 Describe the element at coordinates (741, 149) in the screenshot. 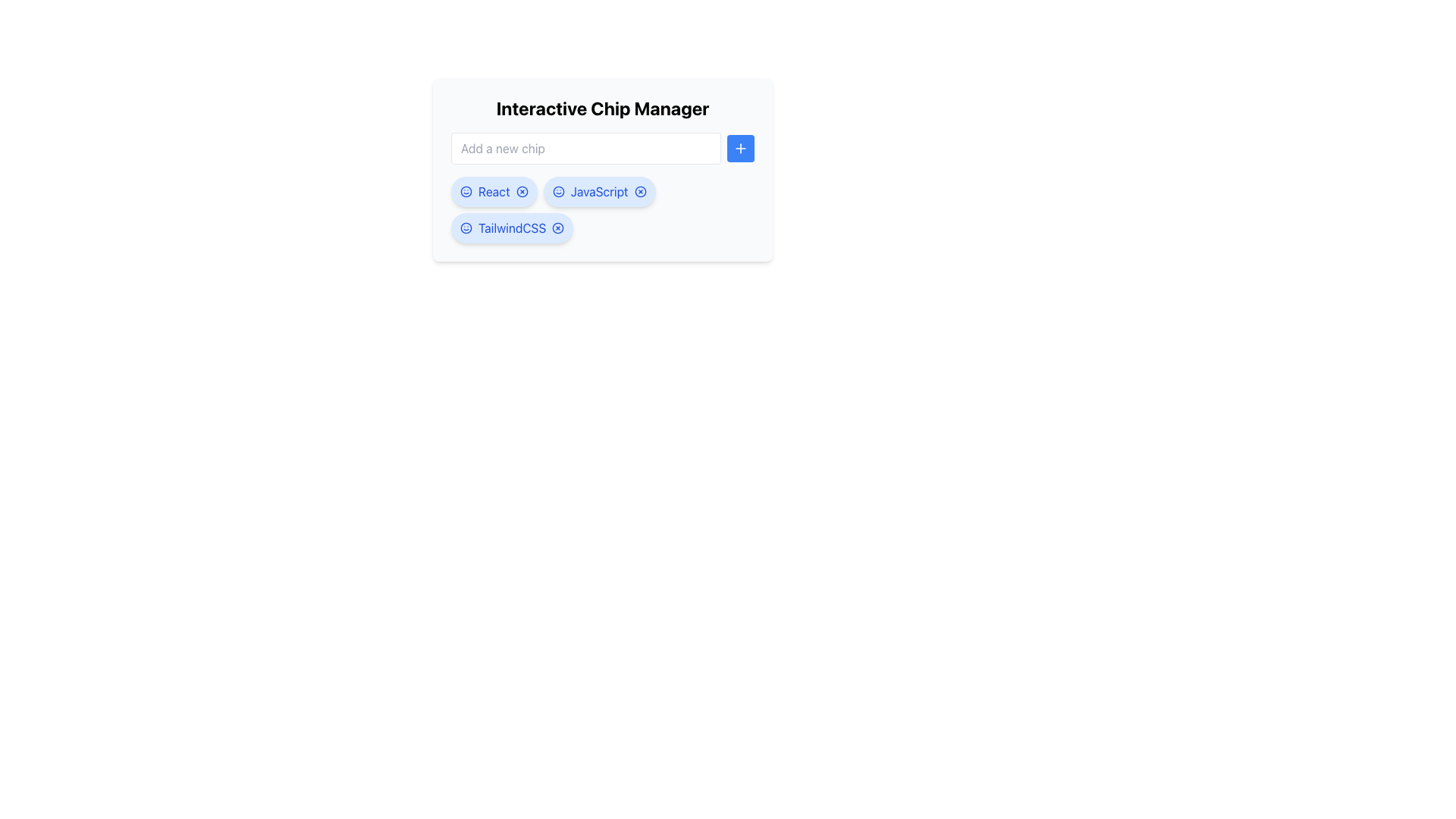

I see `the square blue button with a white plus symbol to change its appearance` at that location.